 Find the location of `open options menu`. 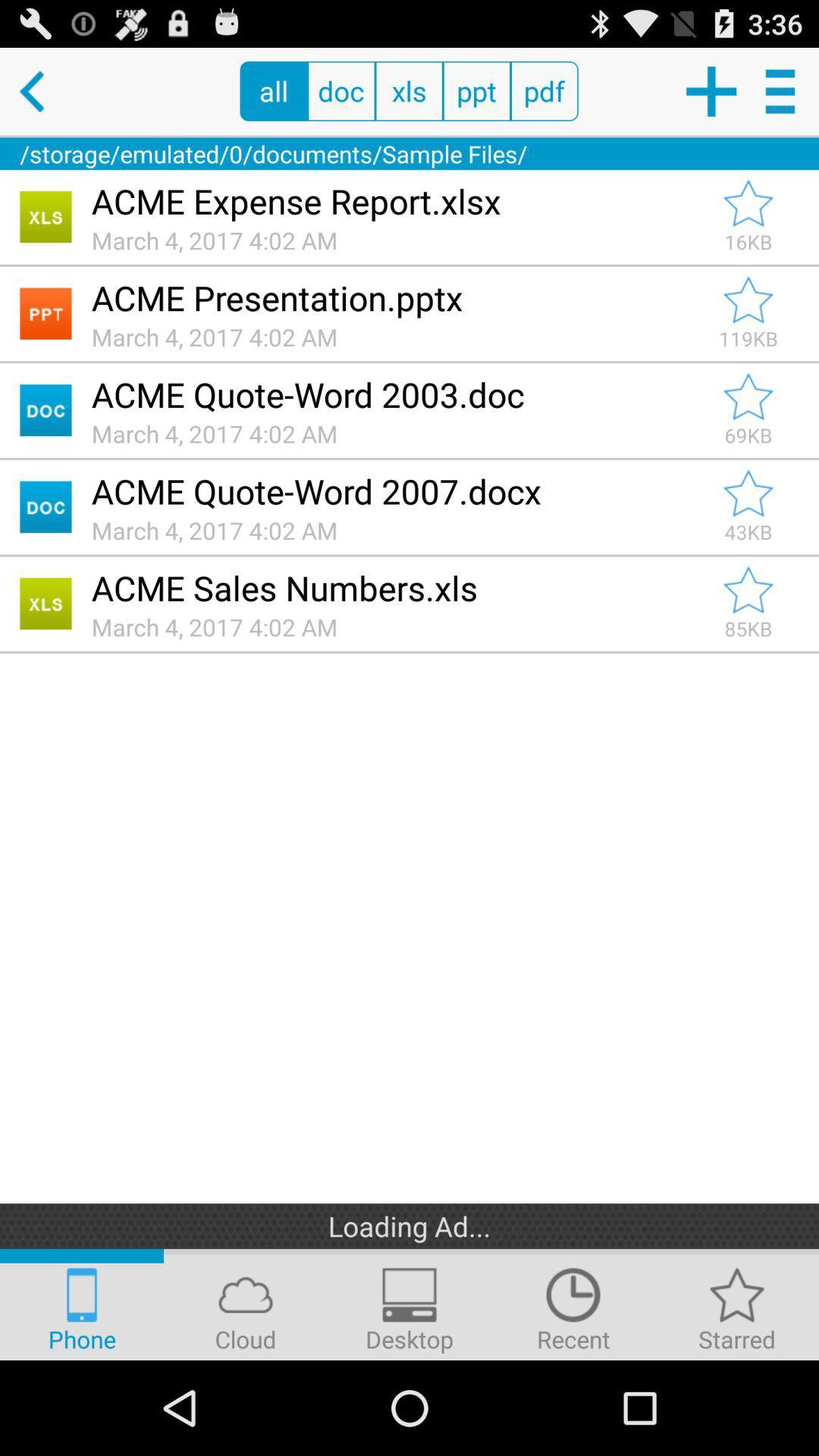

open options menu is located at coordinates (783, 90).